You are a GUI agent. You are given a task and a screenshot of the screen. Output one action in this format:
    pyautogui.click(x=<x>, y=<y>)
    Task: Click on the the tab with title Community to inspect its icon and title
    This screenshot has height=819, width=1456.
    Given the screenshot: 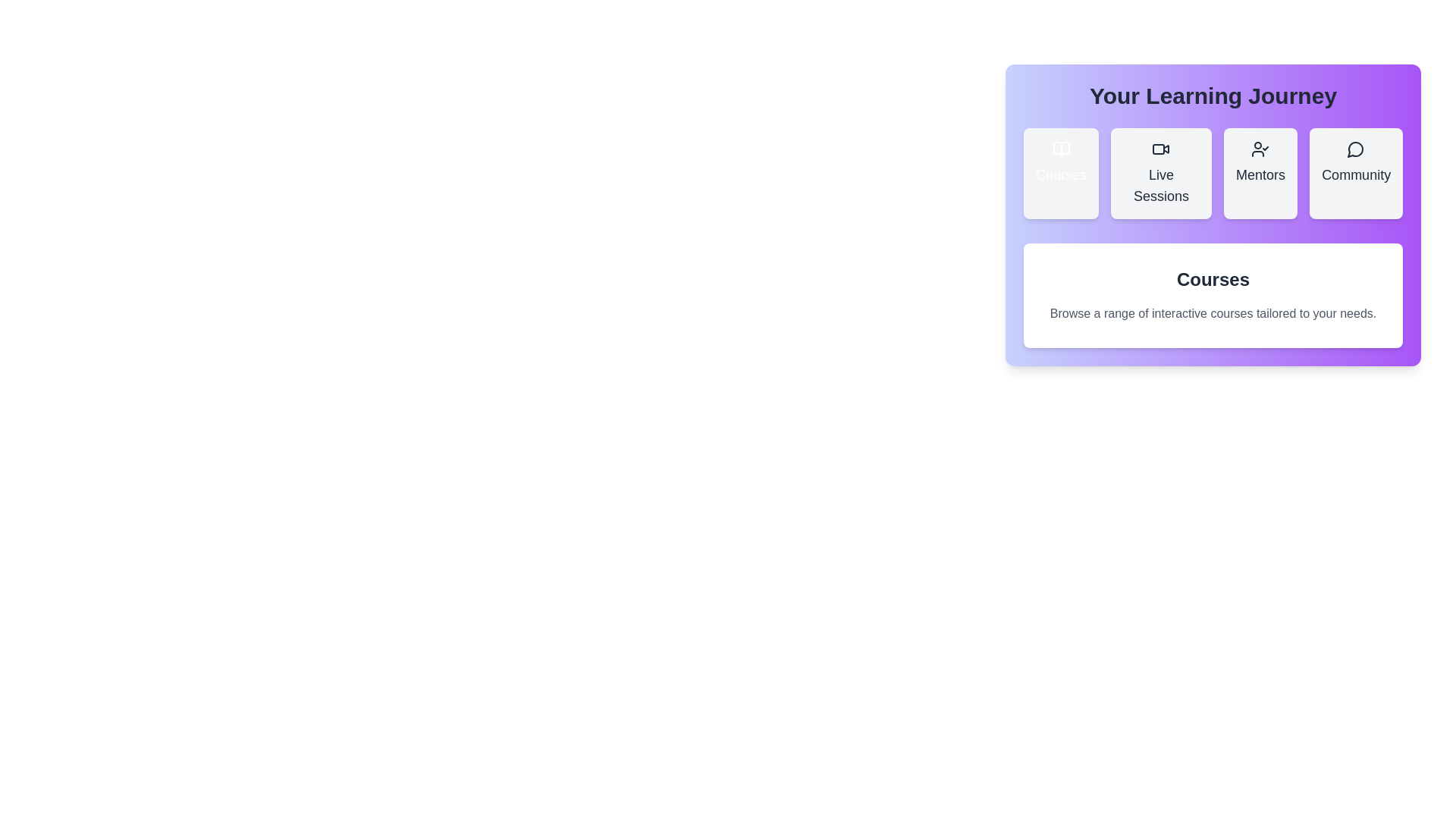 What is the action you would take?
    pyautogui.click(x=1356, y=172)
    